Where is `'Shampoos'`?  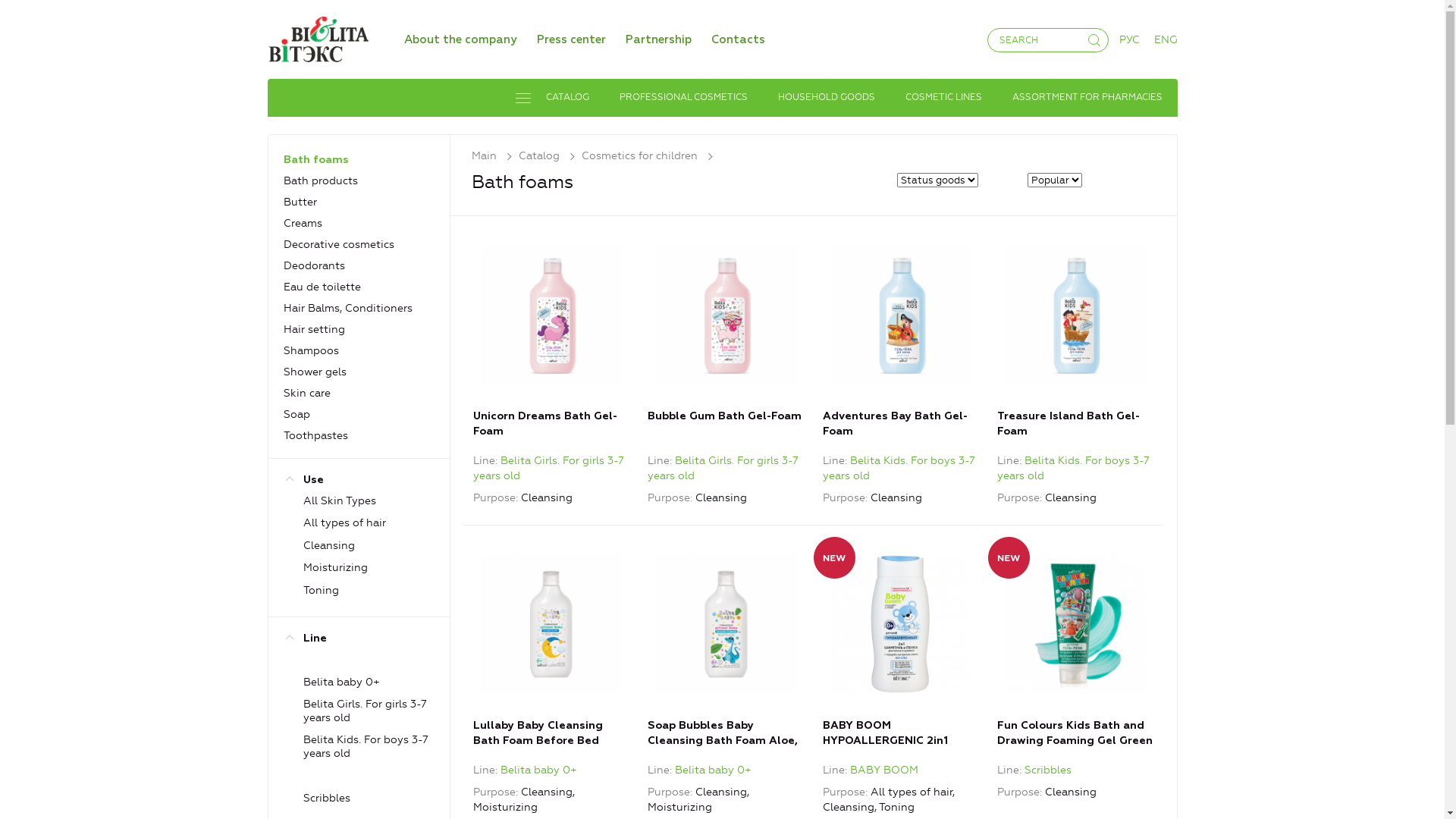 'Shampoos' is located at coordinates (310, 350).